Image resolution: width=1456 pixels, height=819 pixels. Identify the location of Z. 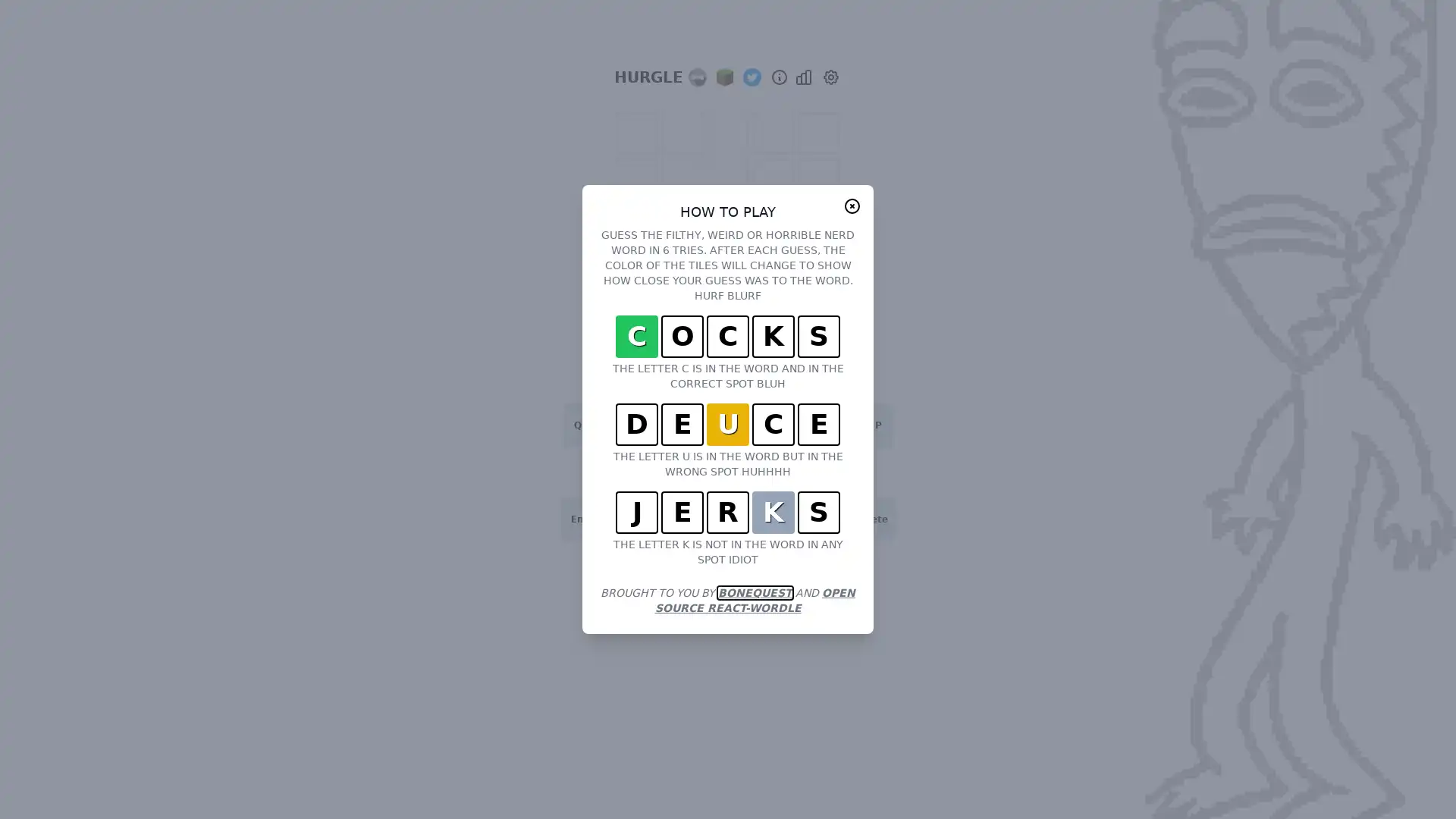
(628, 519).